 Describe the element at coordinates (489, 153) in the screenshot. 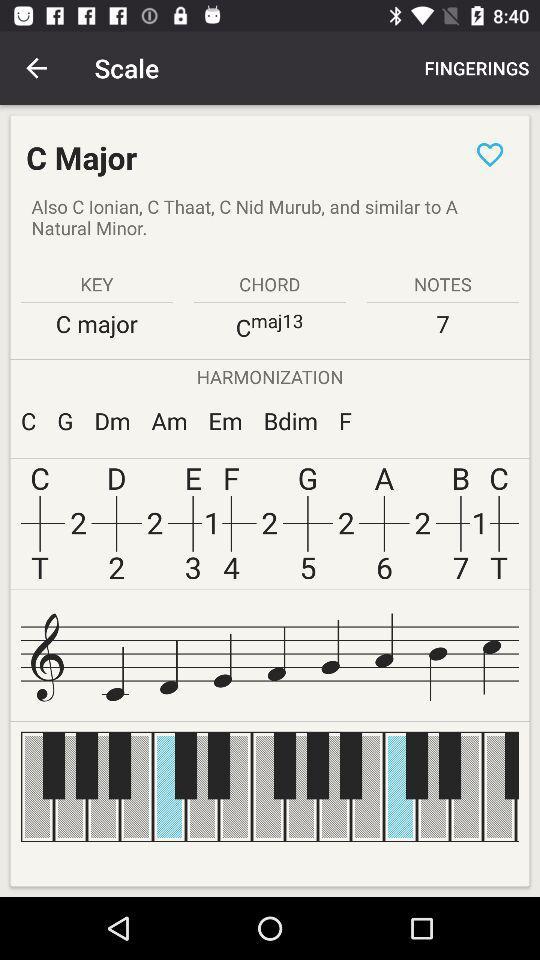

I see `like page` at that location.